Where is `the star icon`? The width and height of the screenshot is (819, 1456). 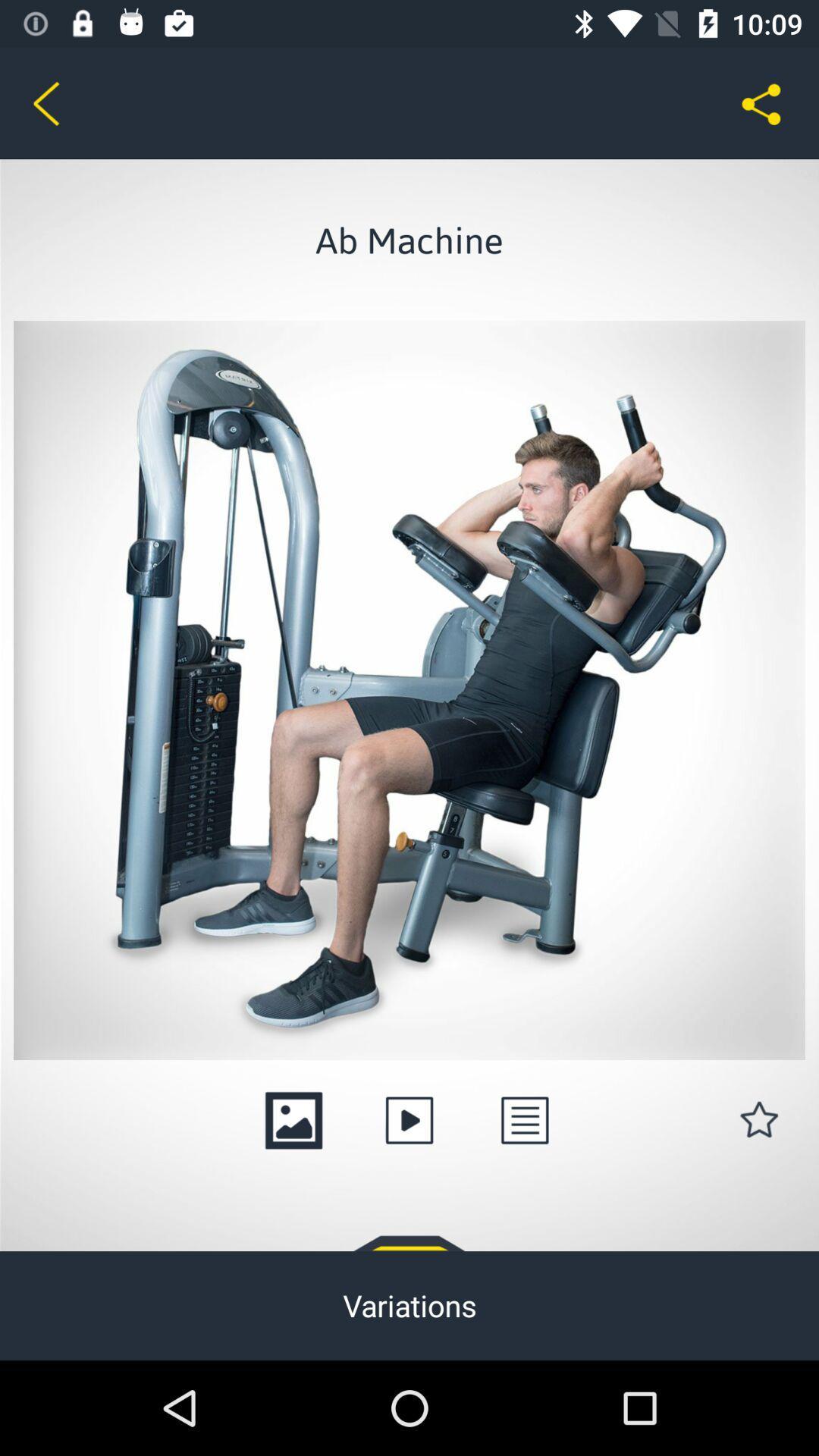
the star icon is located at coordinates (759, 1119).